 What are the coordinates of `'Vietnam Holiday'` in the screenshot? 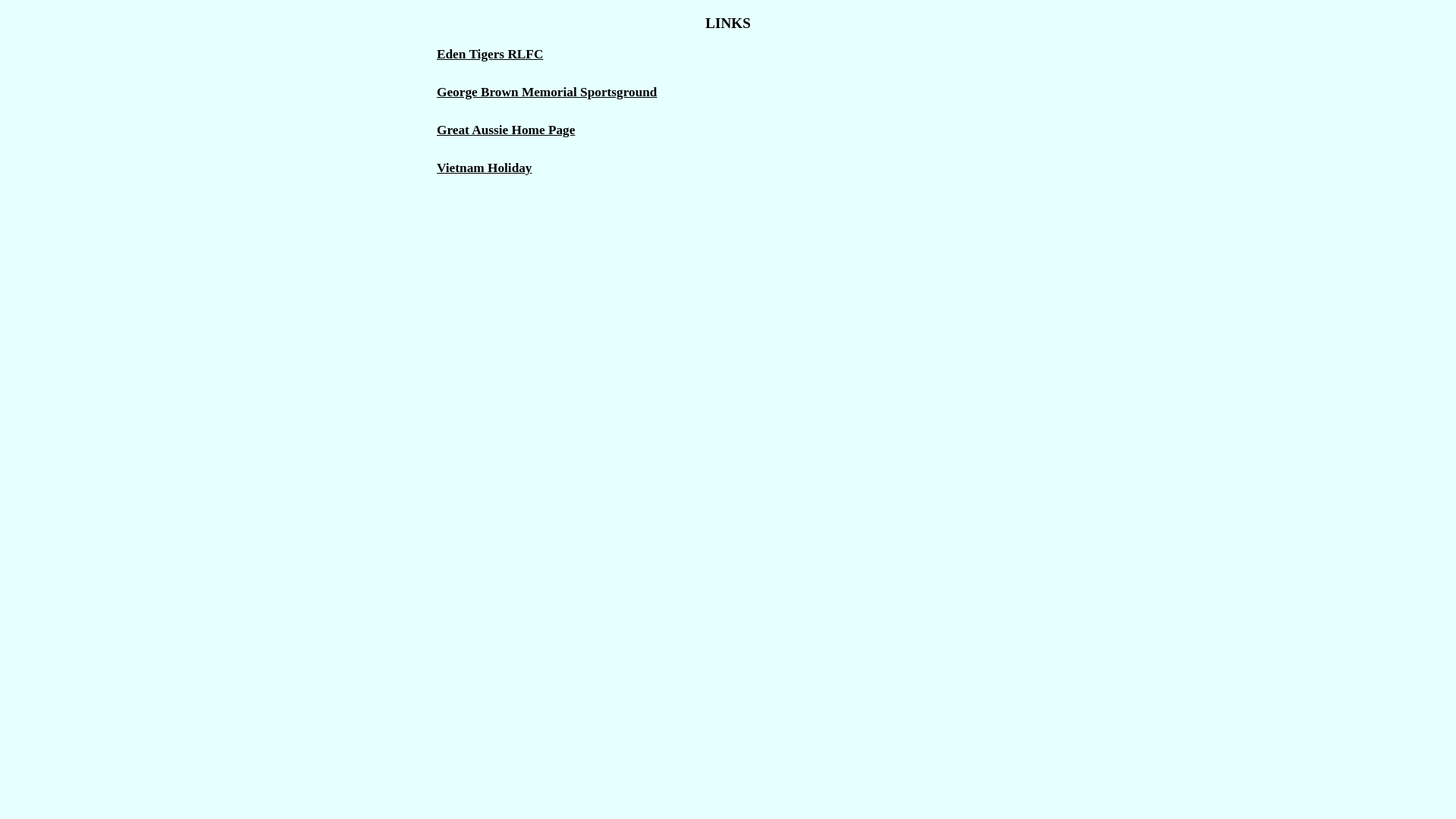 It's located at (436, 168).